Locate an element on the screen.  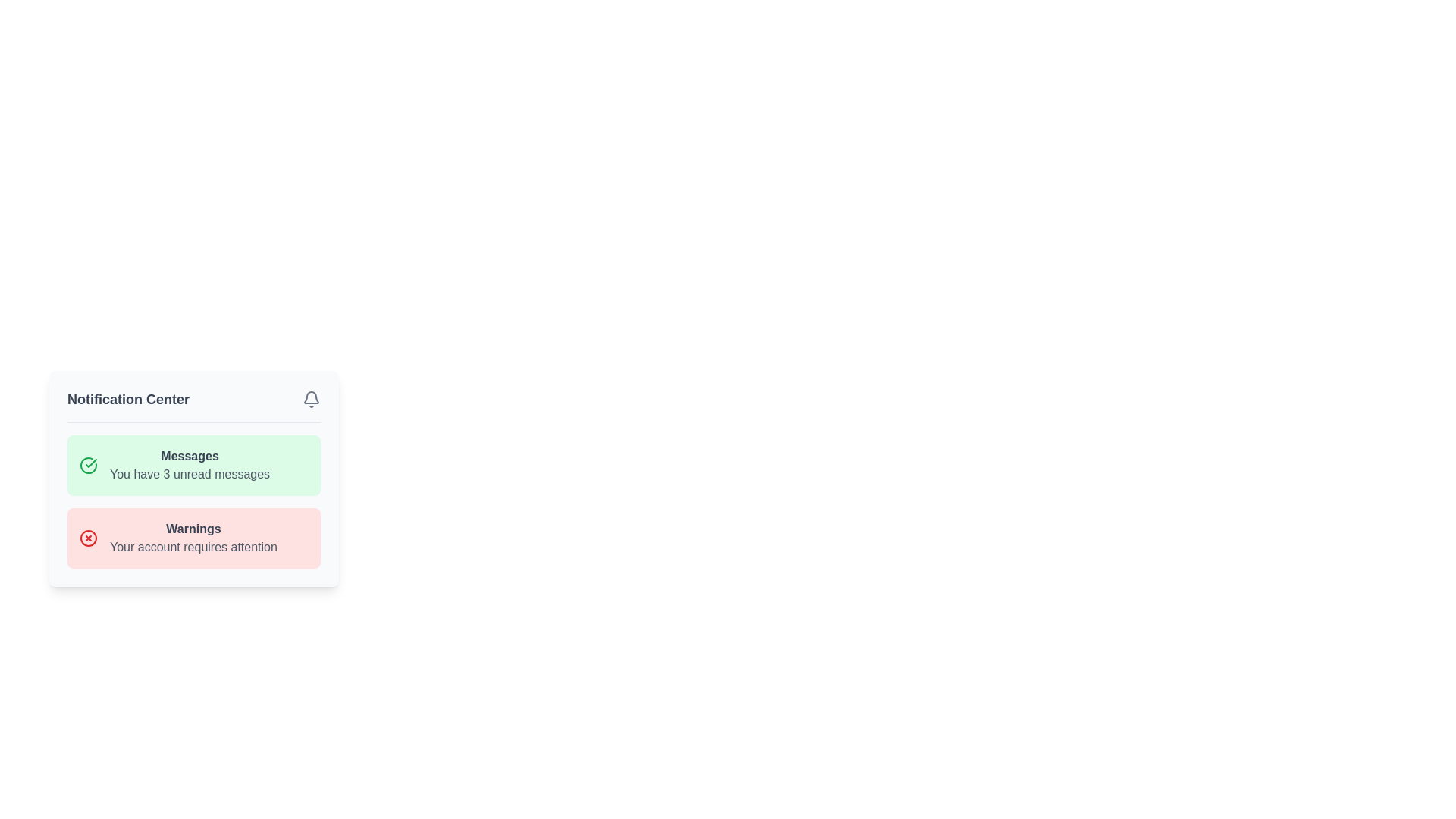
the SVG Circle that serves as the background for the warning icon, located in the 'Warnings' section of the 'Notification Center' card is located at coordinates (87, 537).